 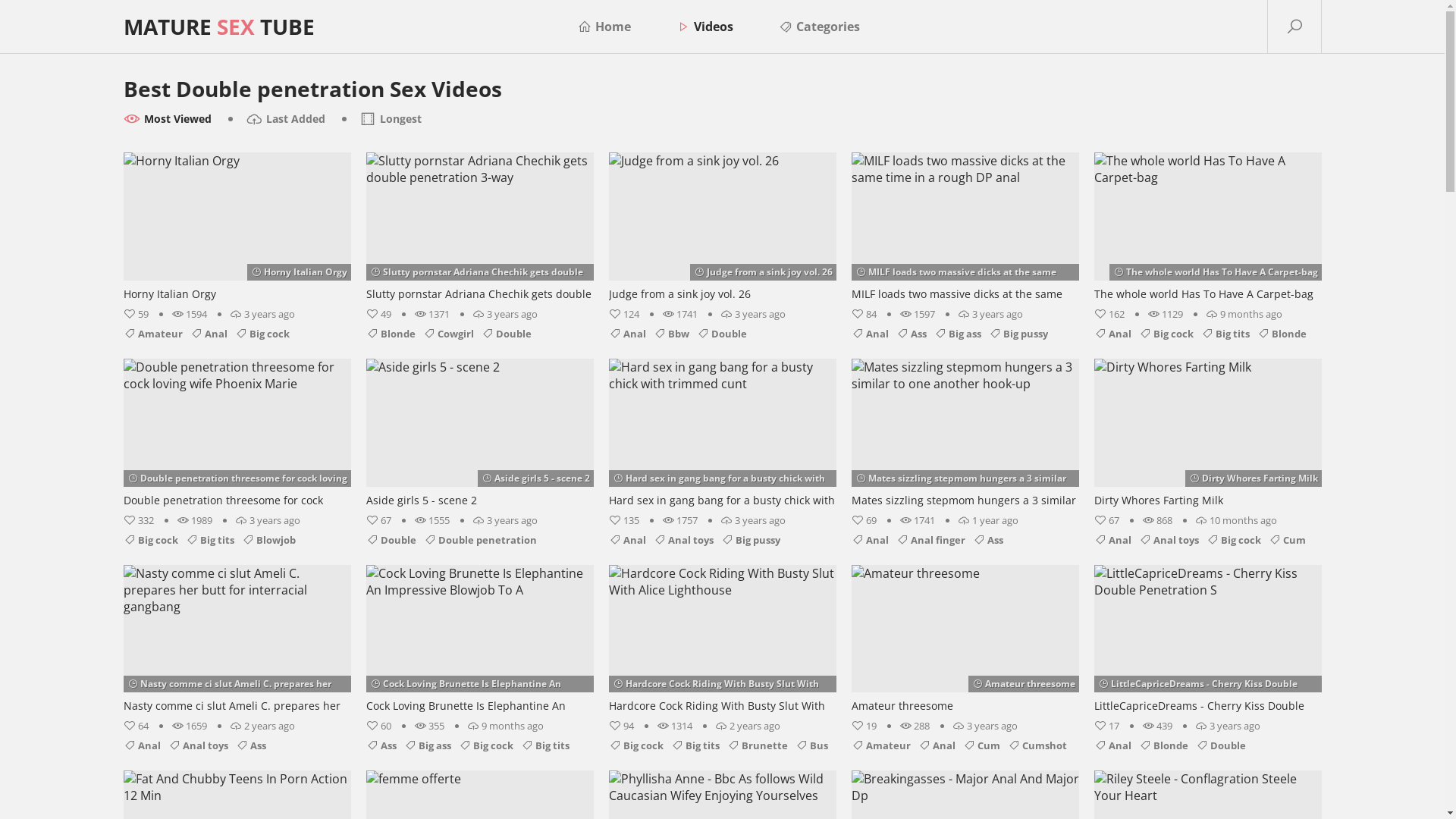 What do you see at coordinates (810, 745) in the screenshot?
I see `'Bus'` at bounding box center [810, 745].